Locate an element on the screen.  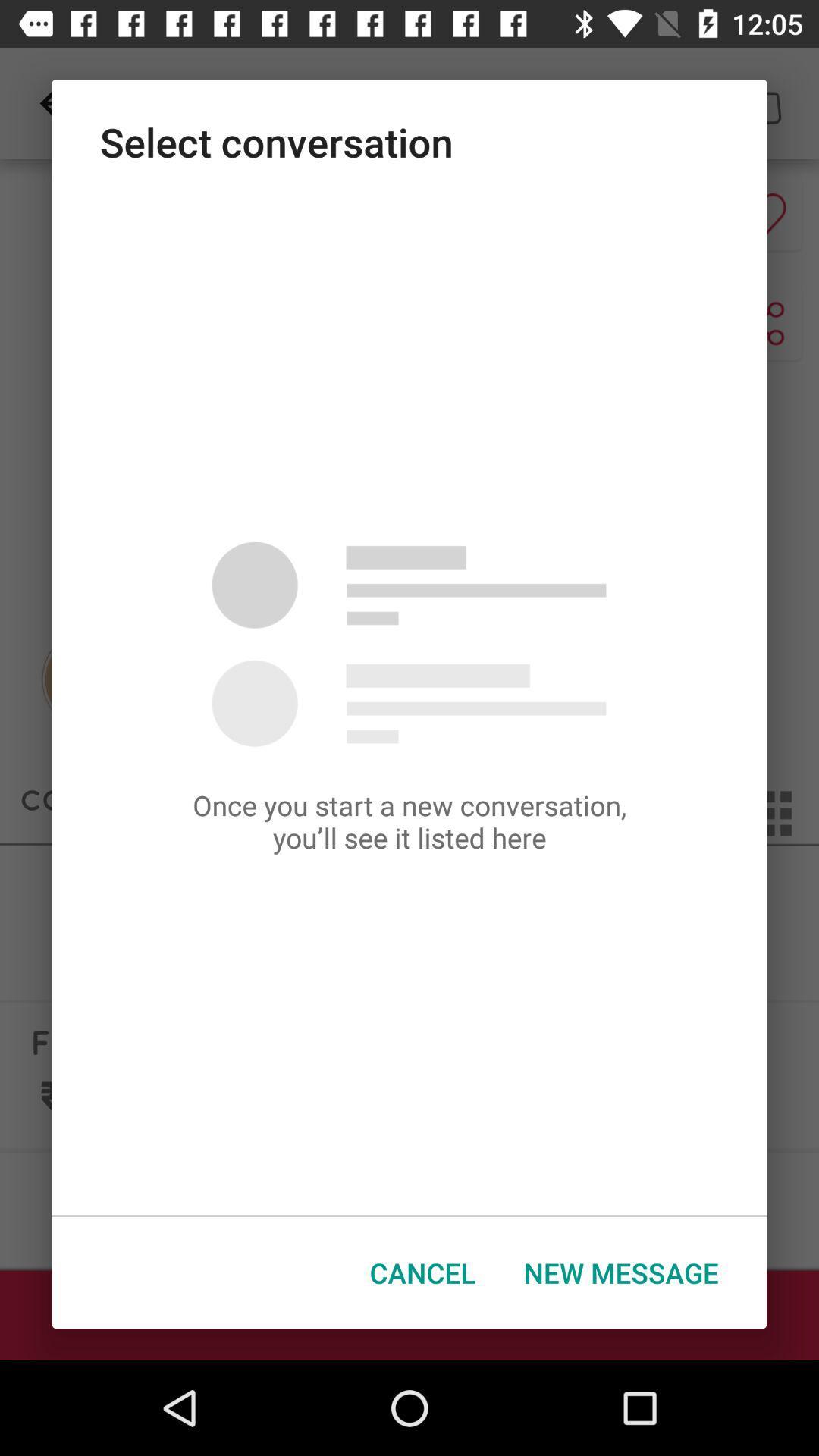
the new message at the bottom right corner is located at coordinates (621, 1272).